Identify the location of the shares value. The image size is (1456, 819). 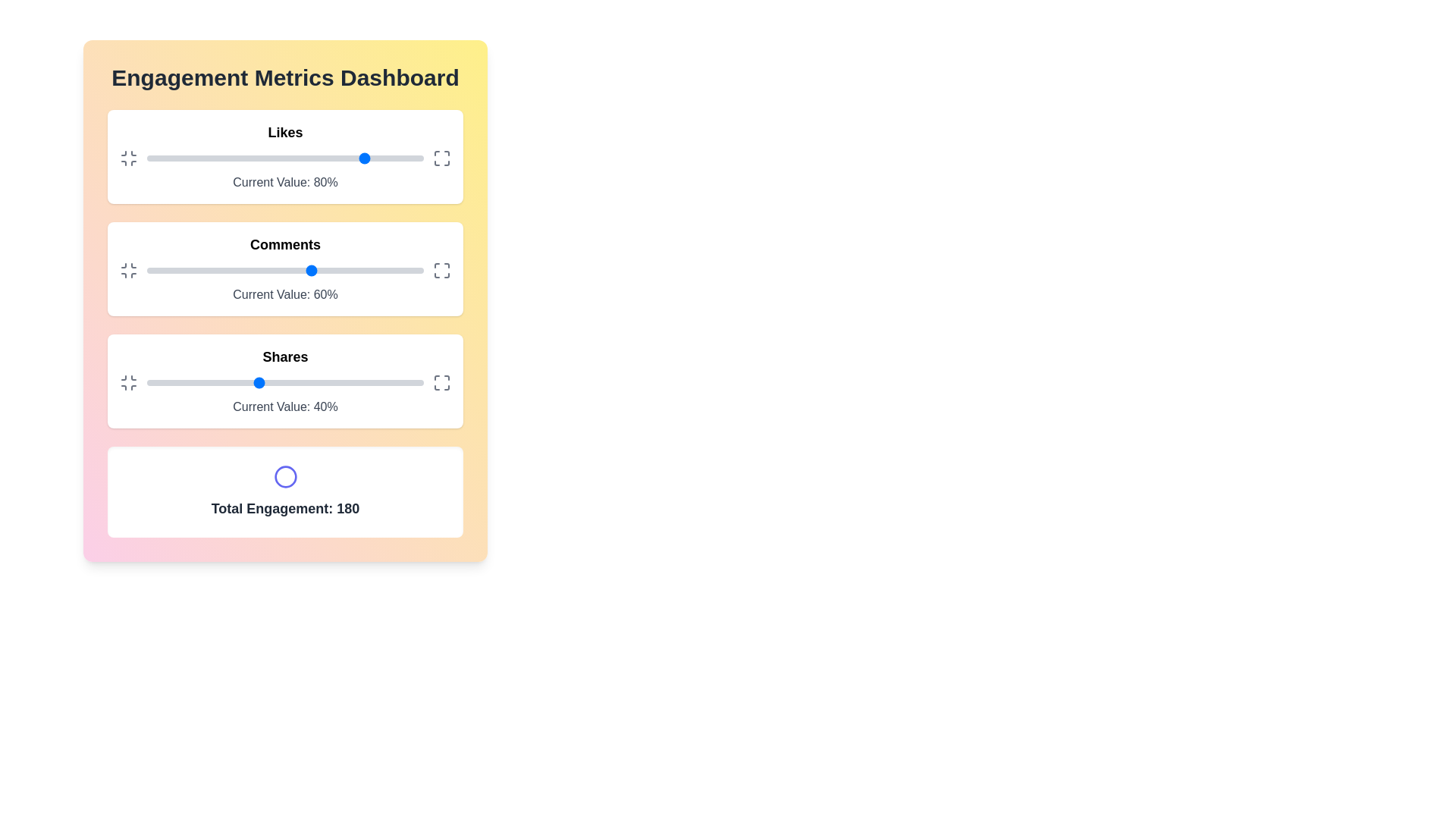
(210, 382).